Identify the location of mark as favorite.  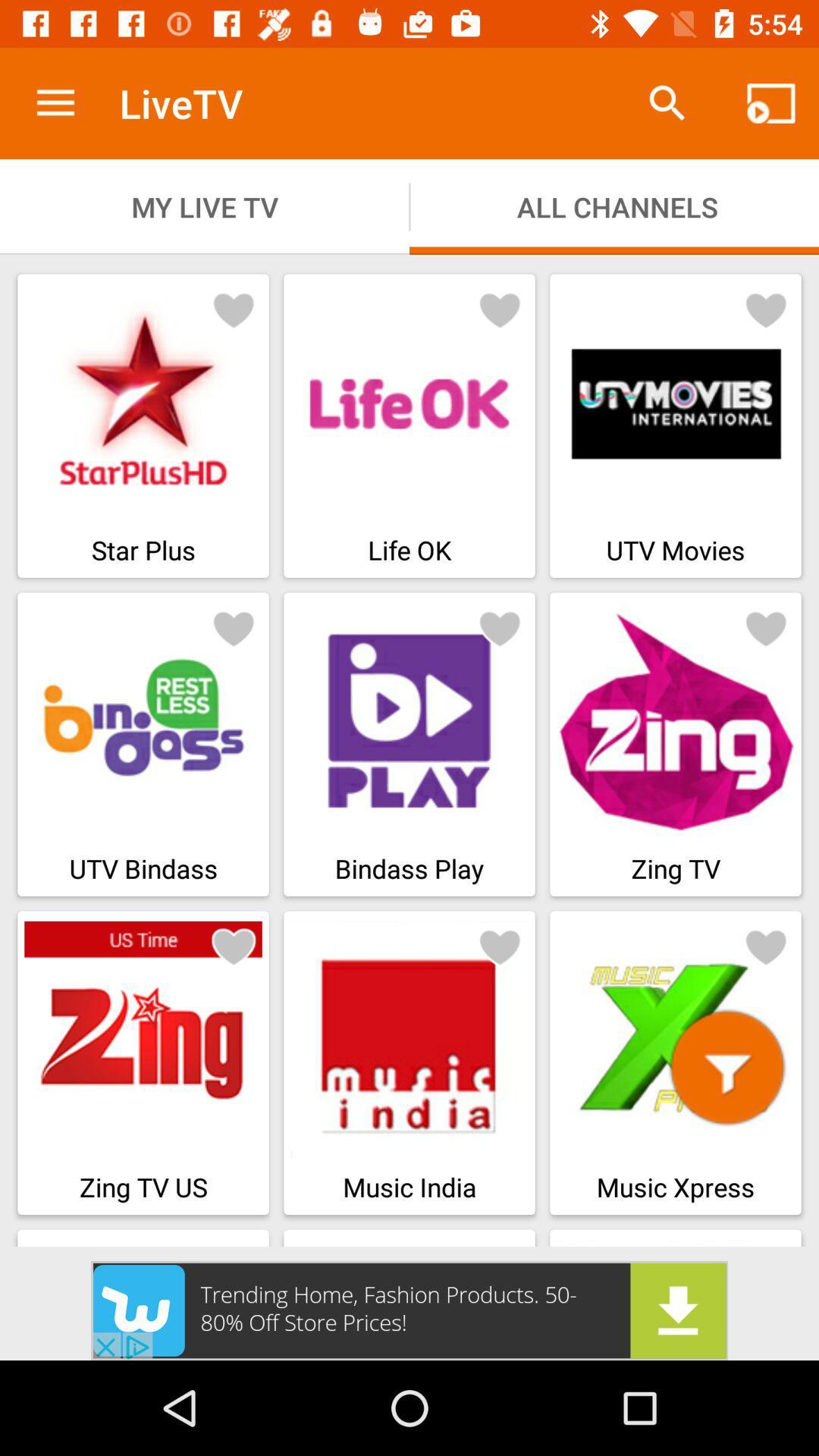
(766, 309).